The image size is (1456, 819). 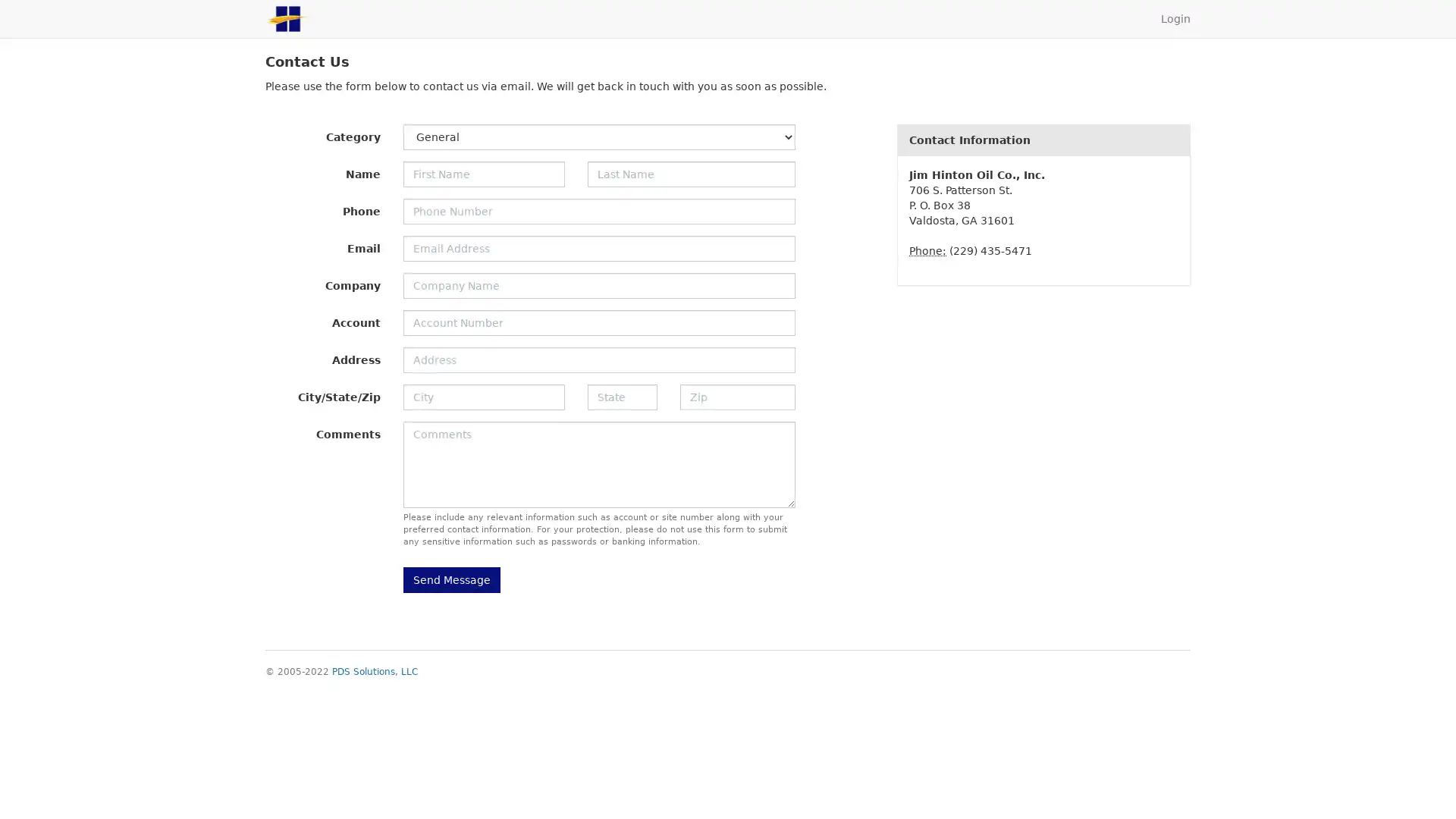 I want to click on Send Message, so click(x=450, y=579).